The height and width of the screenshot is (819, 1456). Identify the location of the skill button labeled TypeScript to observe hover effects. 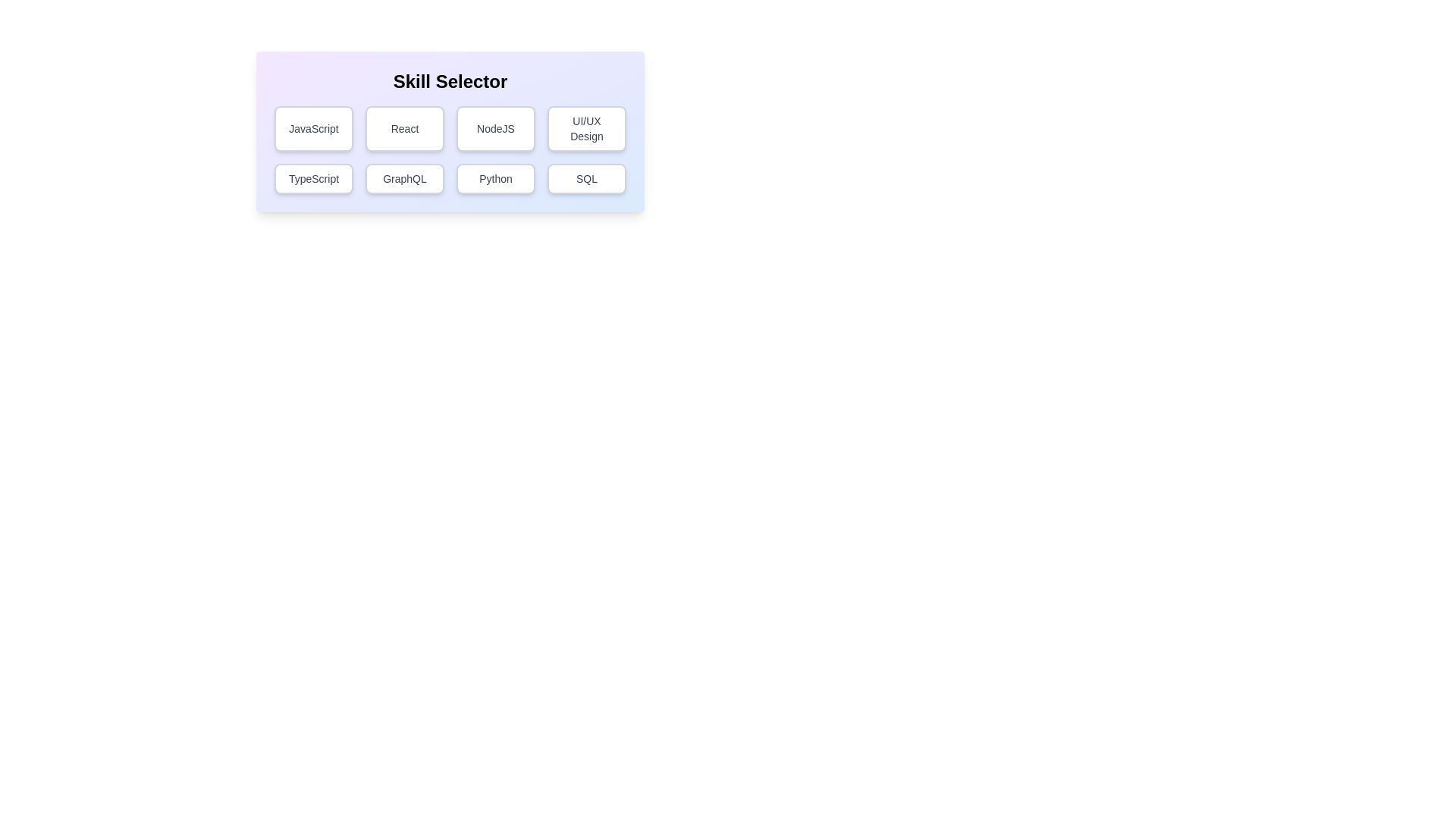
(312, 177).